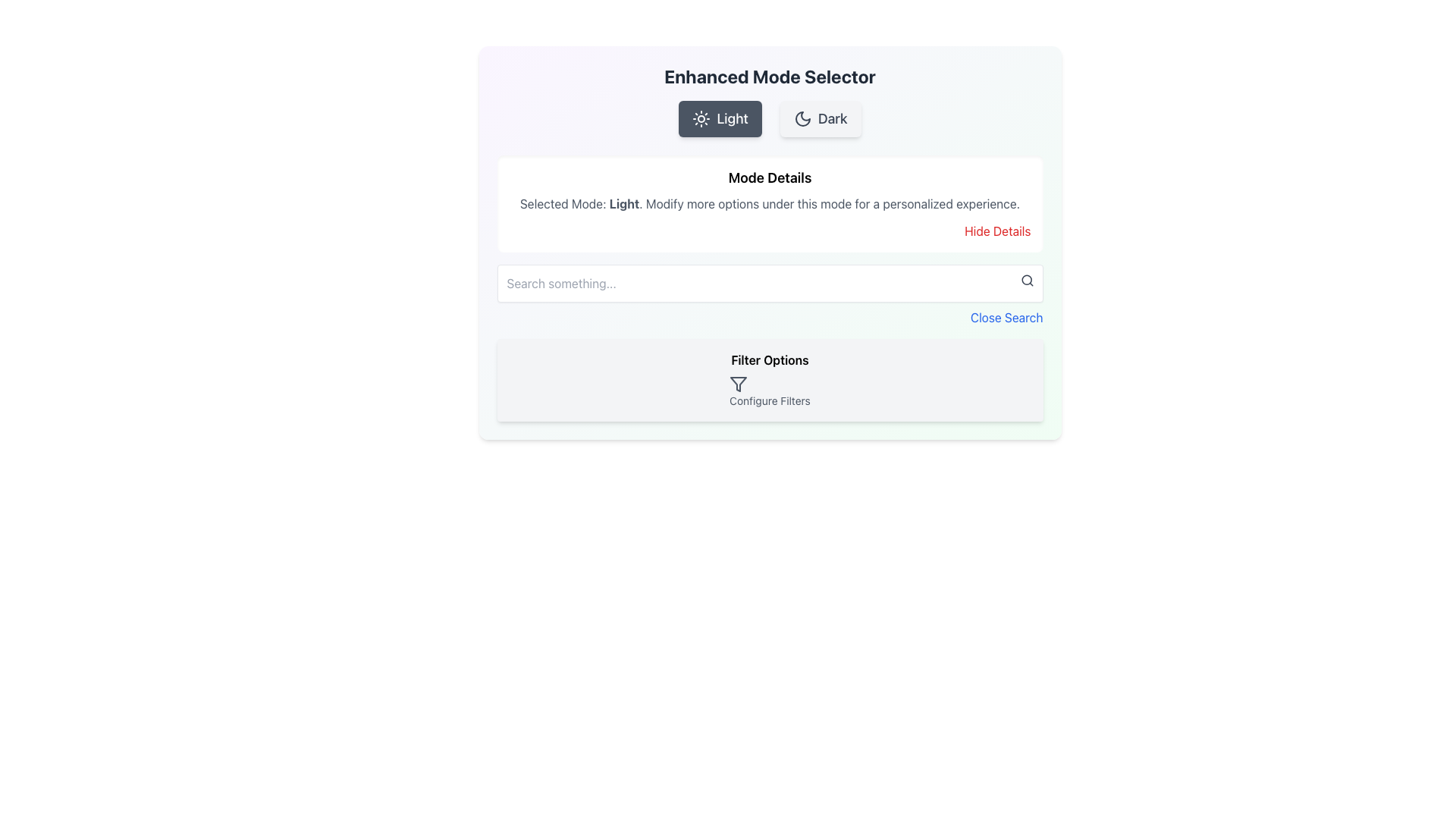 This screenshot has height=819, width=1456. What do you see at coordinates (1027, 281) in the screenshot?
I see `the magnifying glass icon located at the far right of the search bar` at bounding box center [1027, 281].